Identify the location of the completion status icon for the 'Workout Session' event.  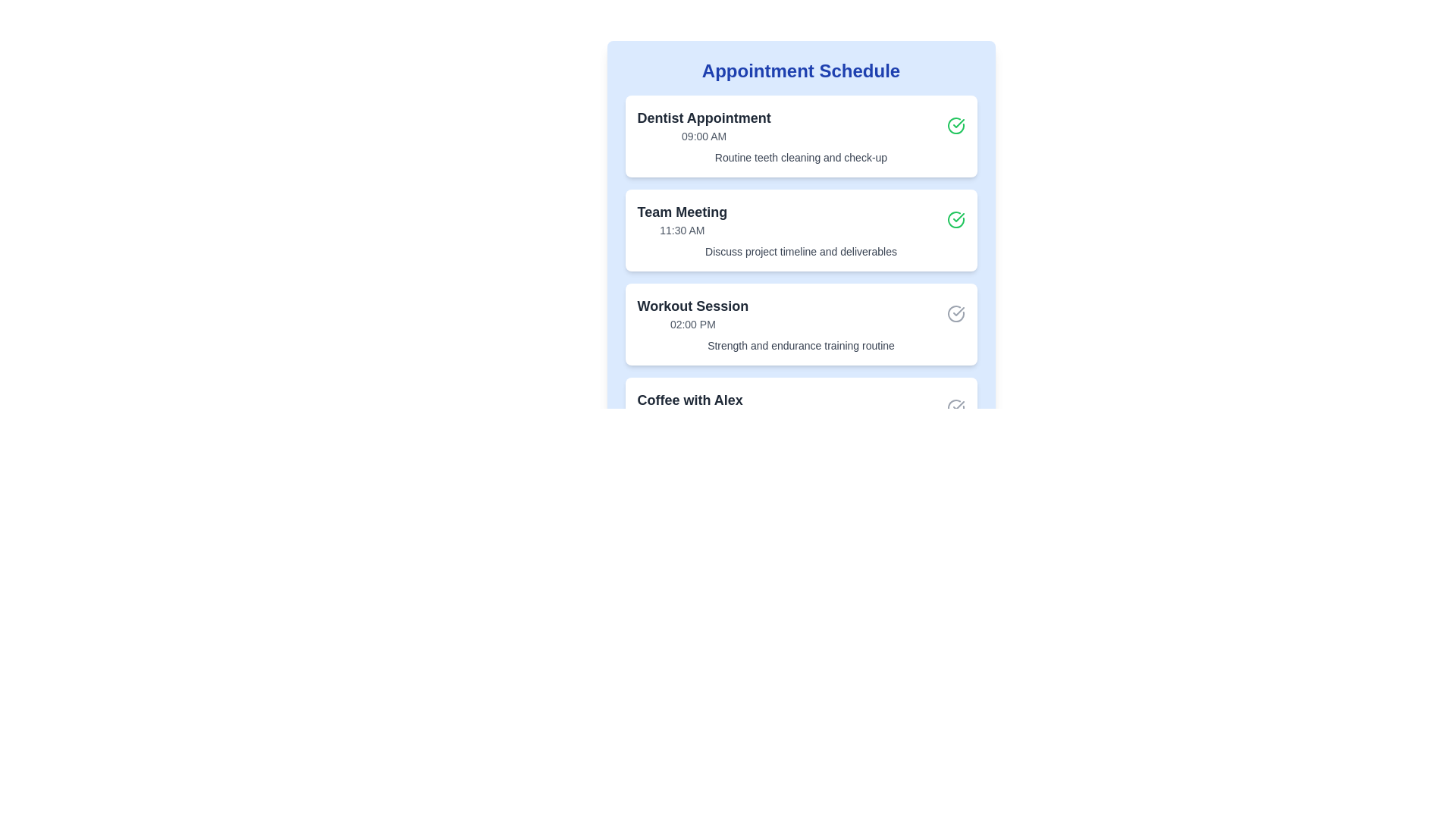
(955, 312).